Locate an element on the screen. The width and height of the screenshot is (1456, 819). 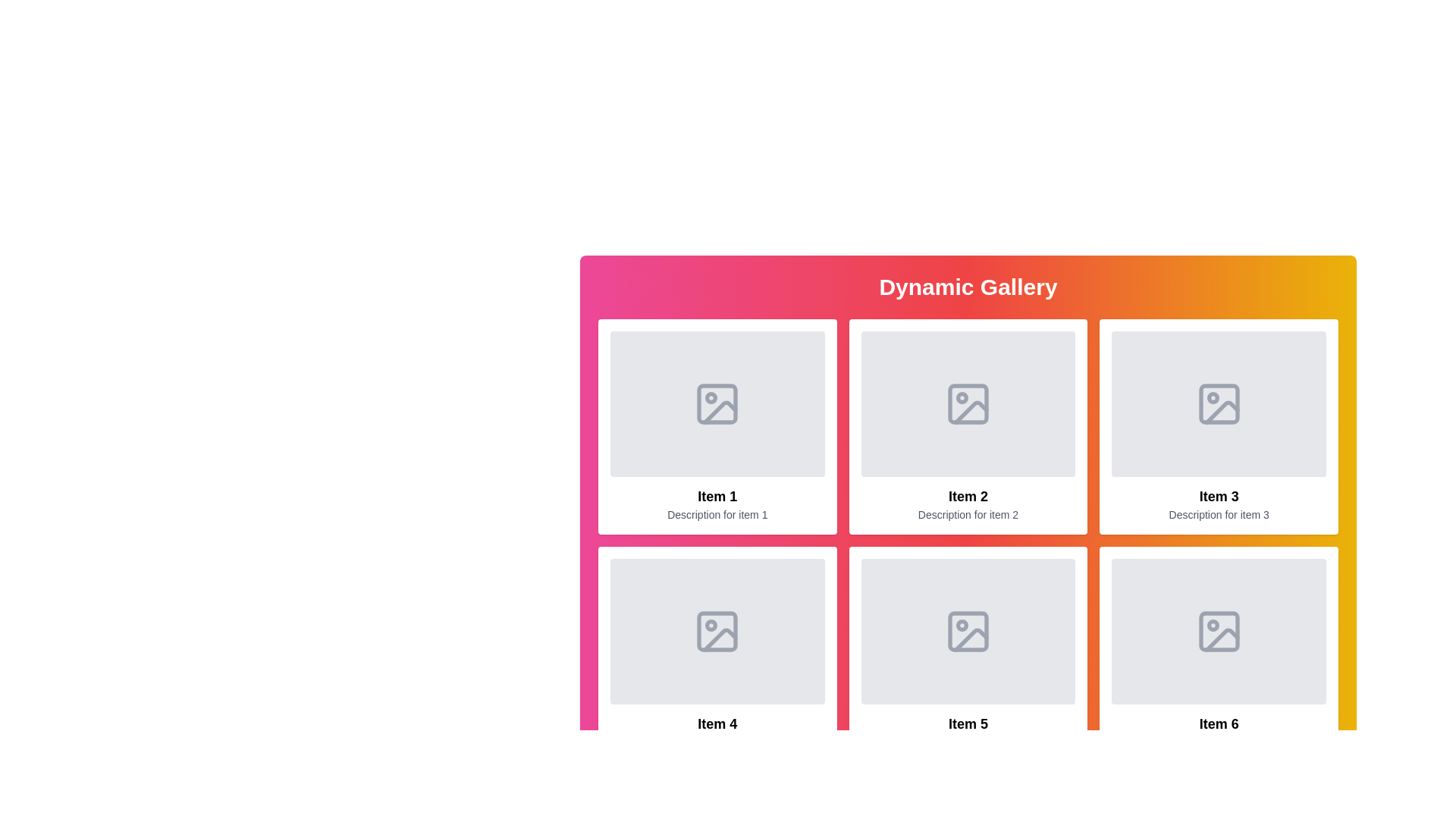
the light gray square-shaped icon with rounded corners located in the third item of the top row of the grid beneath the 'Dynamic Gallery' title is located at coordinates (1219, 403).